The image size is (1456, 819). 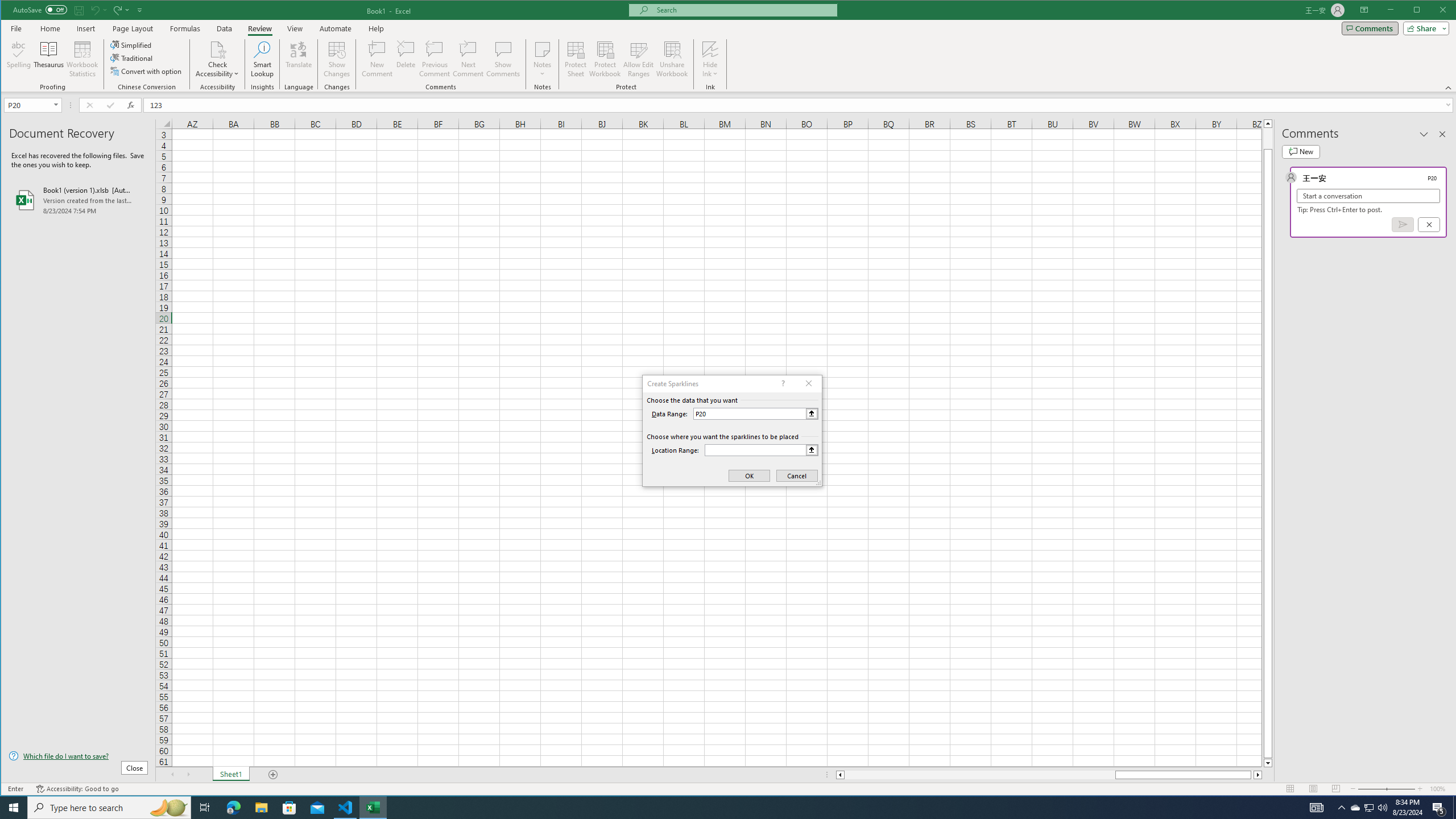 I want to click on 'Task Pane Options', so click(x=1423, y=134).